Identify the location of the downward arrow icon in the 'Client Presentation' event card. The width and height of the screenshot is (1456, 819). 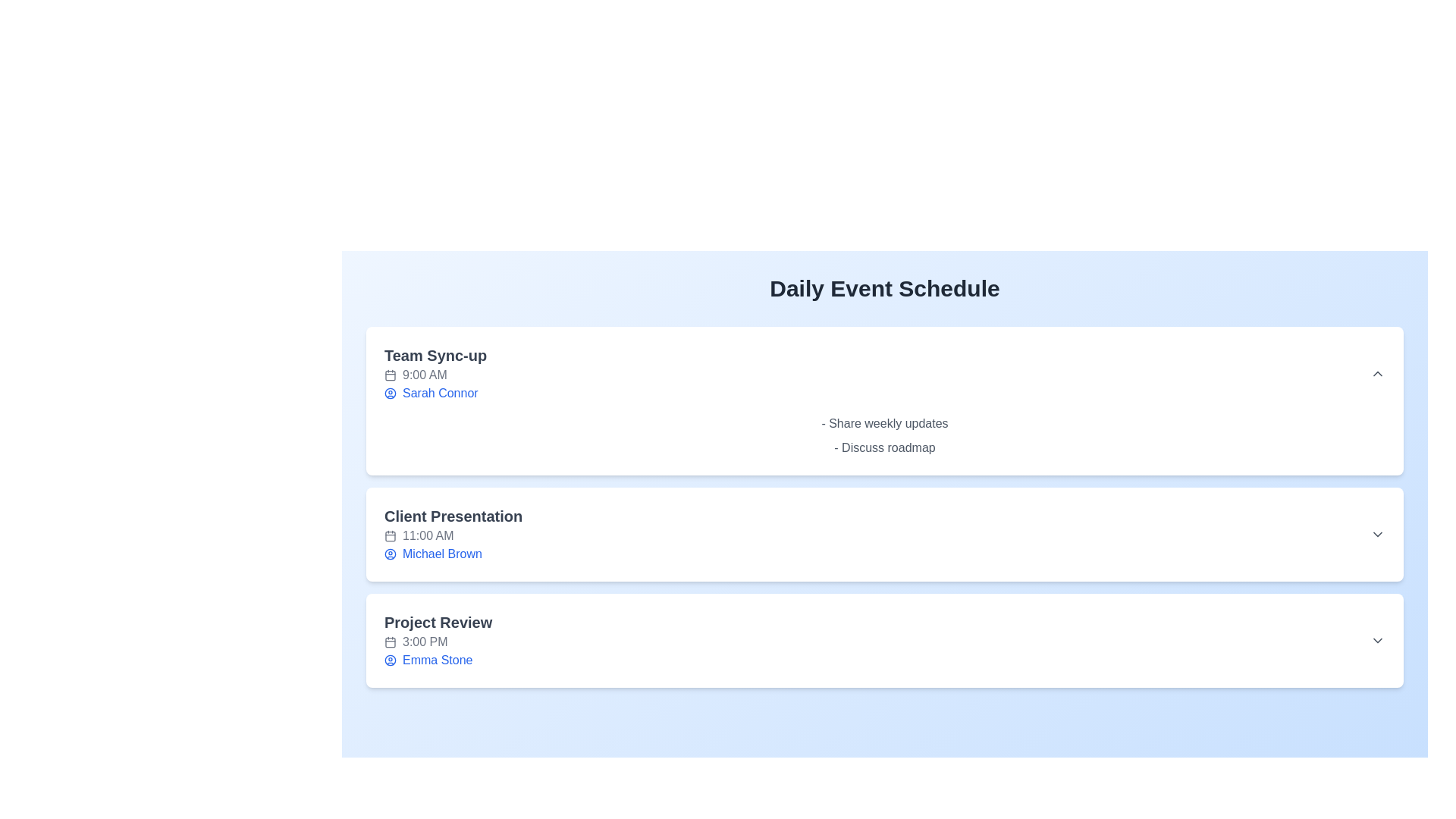
(1378, 534).